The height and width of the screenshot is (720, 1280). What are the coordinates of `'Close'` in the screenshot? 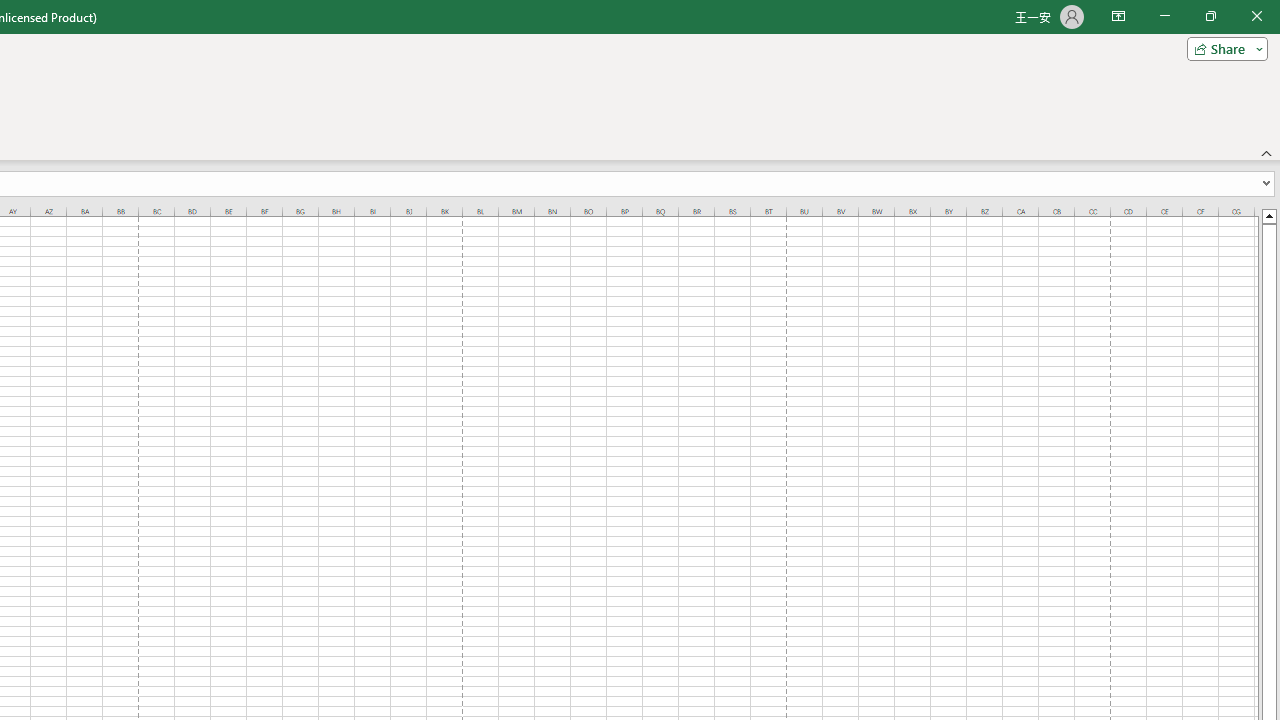 It's located at (1255, 16).